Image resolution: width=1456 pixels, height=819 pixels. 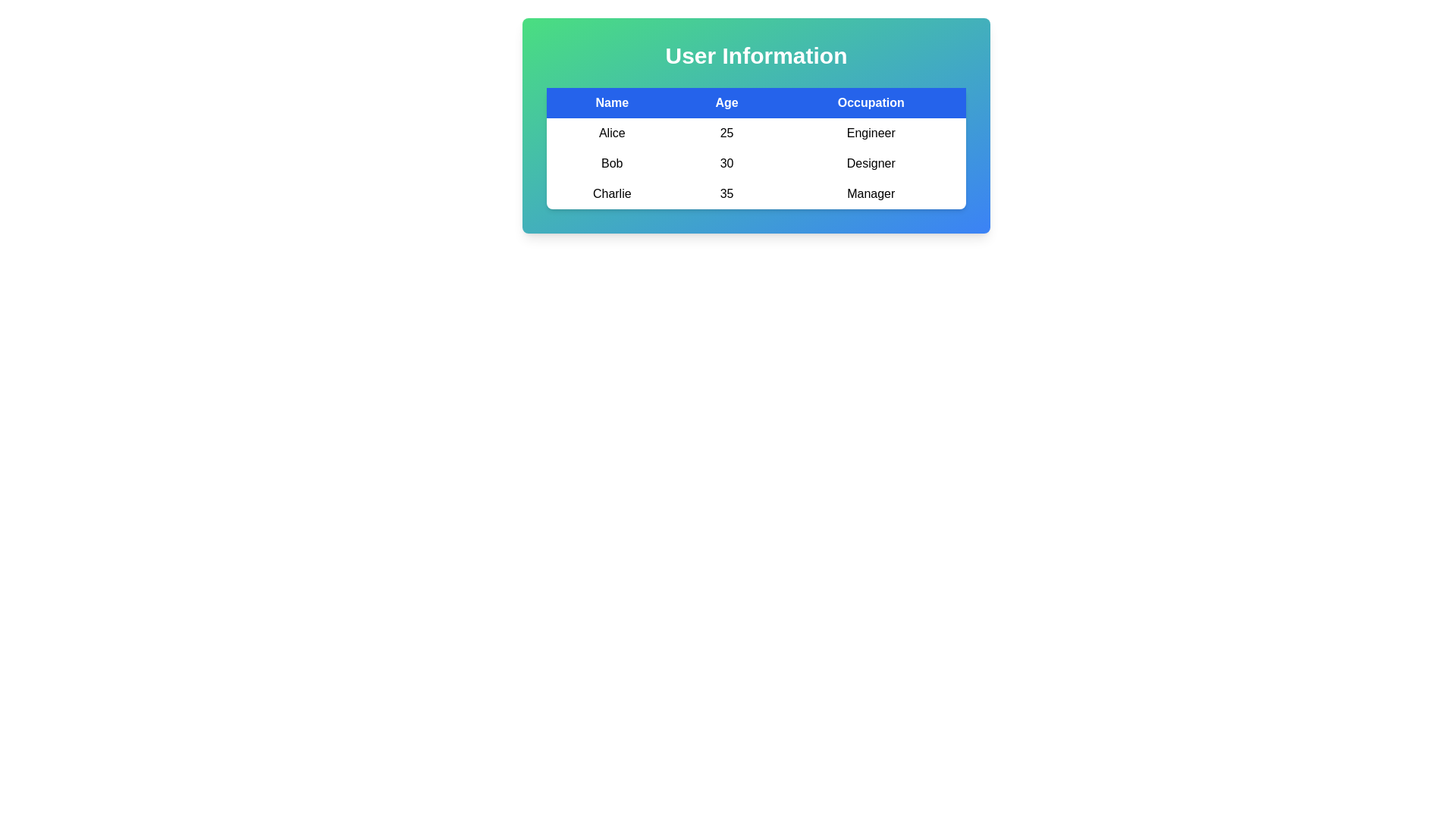 I want to click on the label displaying the number '35' in the 'Age' column corresponding to 'Charlie' in the table, so click(x=726, y=193).